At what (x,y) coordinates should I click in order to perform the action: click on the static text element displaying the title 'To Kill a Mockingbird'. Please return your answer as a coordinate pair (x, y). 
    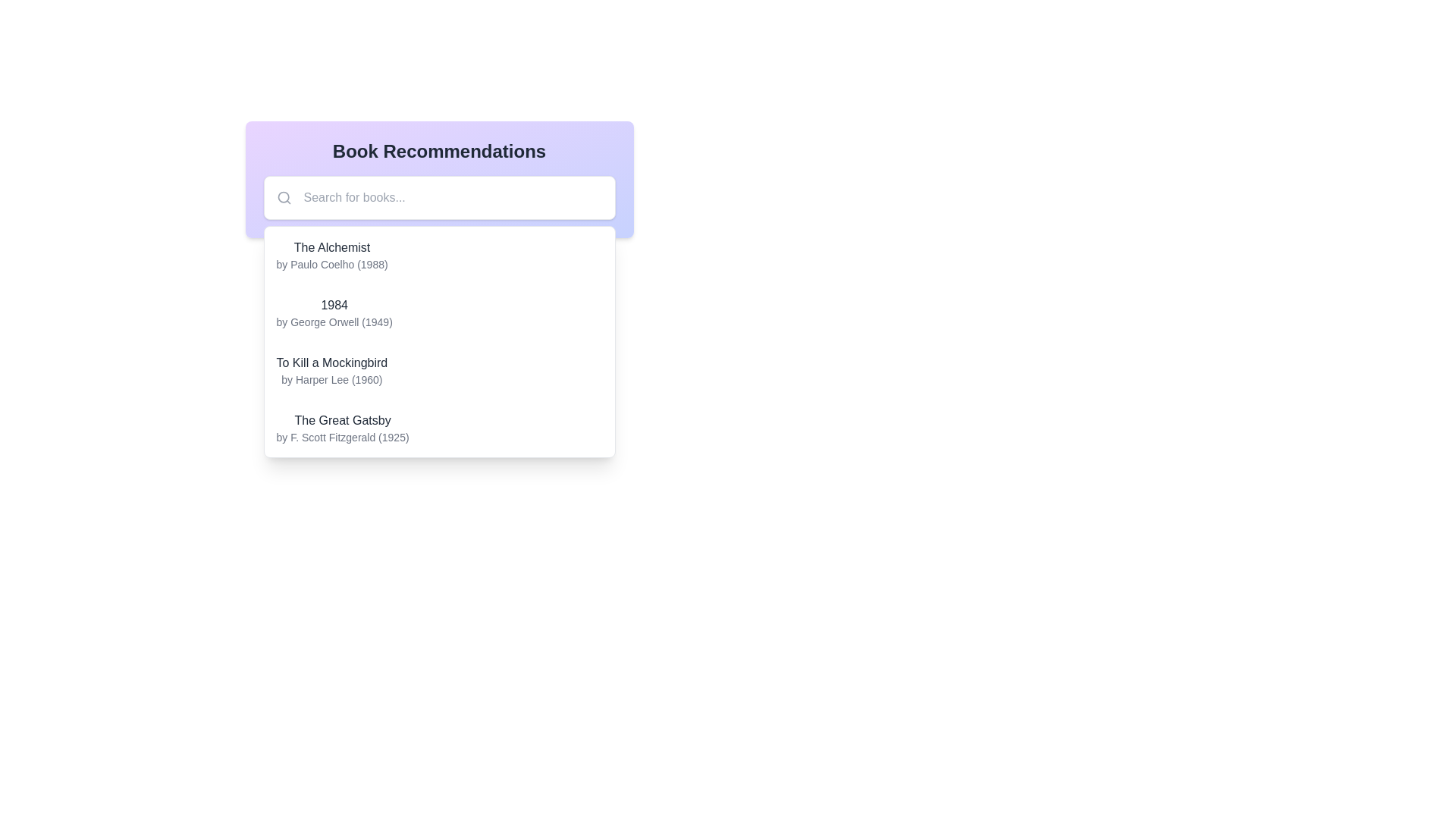
    Looking at the image, I should click on (331, 362).